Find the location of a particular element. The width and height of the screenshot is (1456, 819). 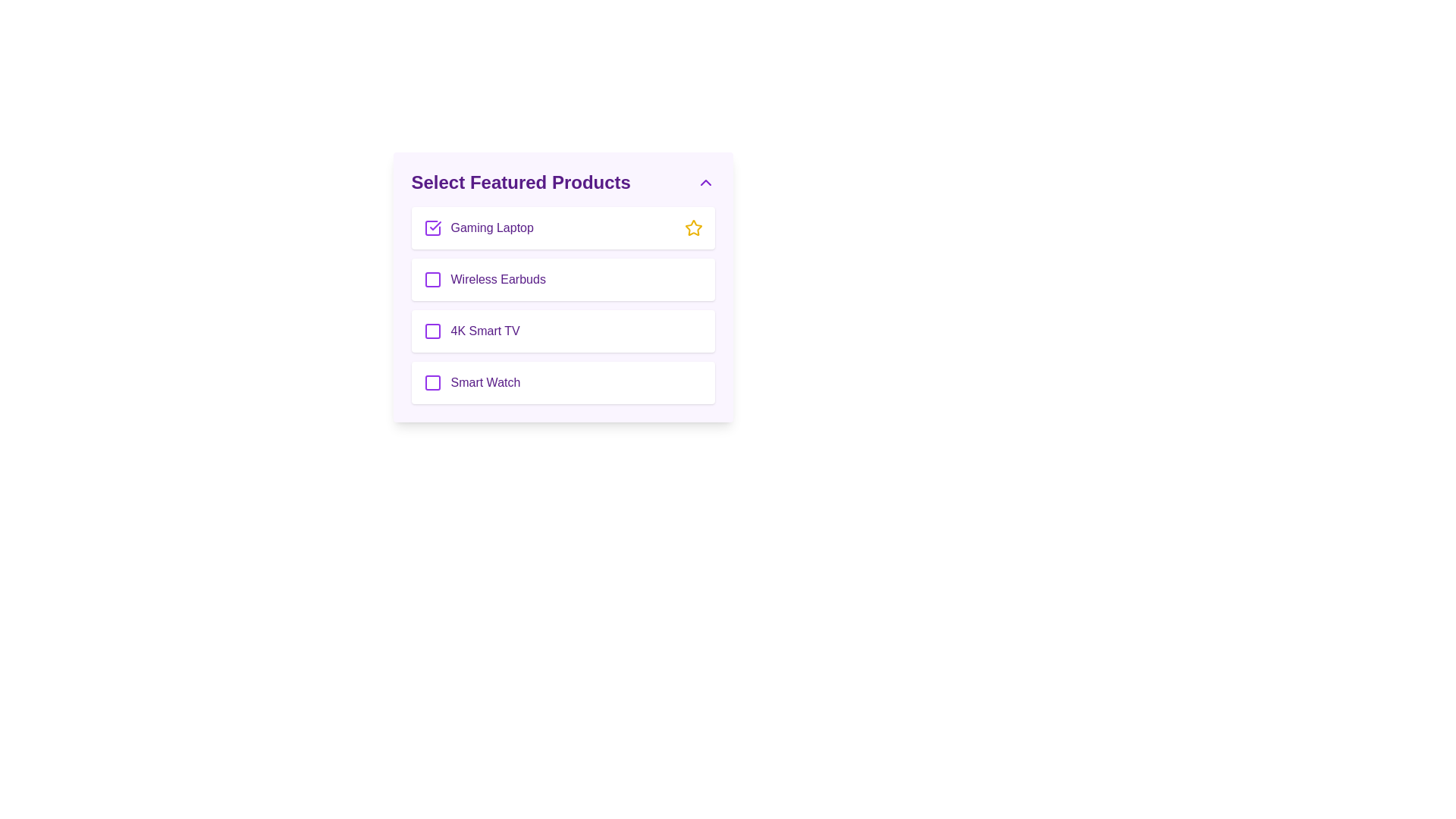

the selectable card representing 'Wireless Earbuds' is located at coordinates (562, 280).